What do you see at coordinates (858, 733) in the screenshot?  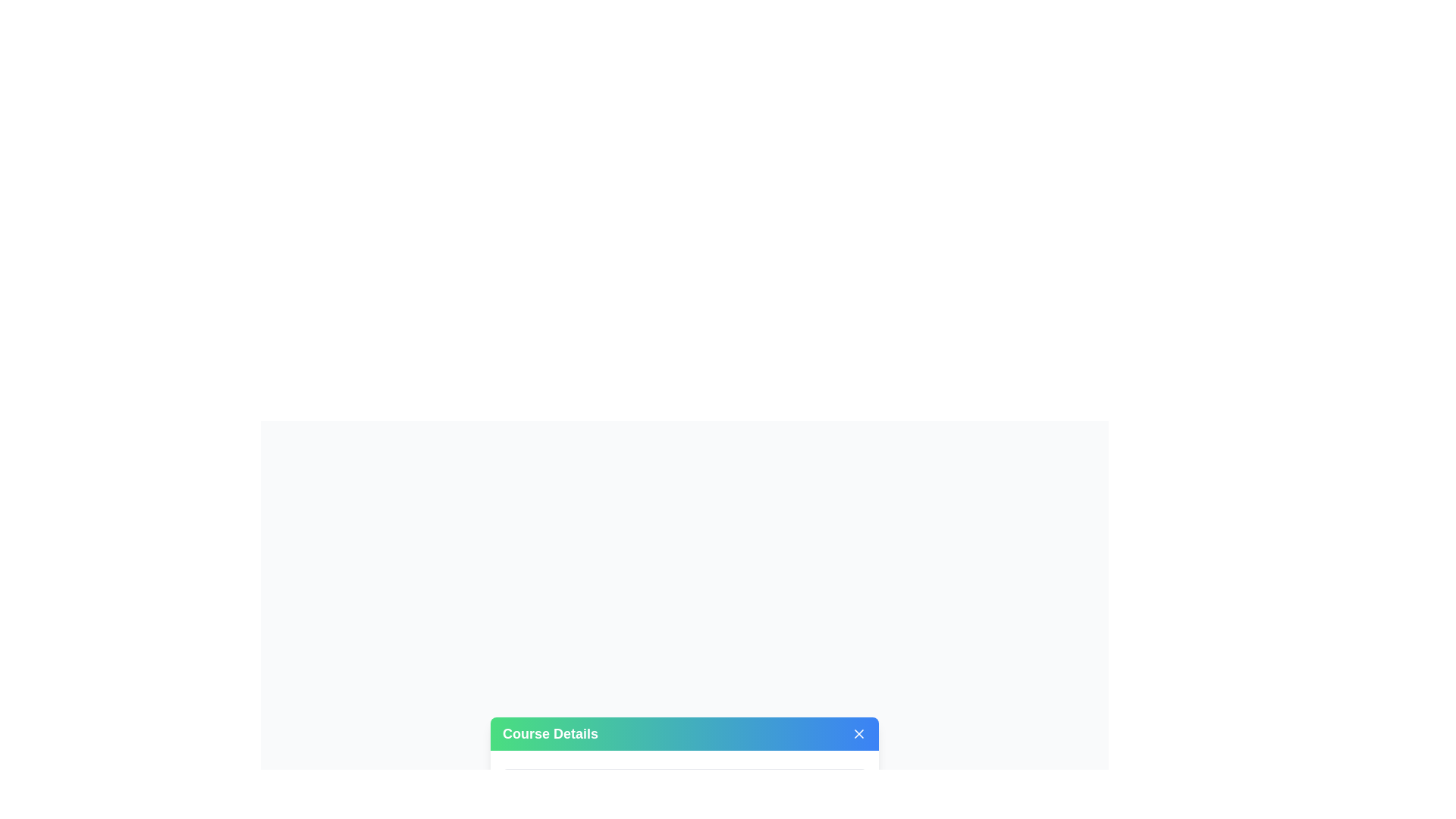 I see `the close button located at the top-right corner of the dialog` at bounding box center [858, 733].